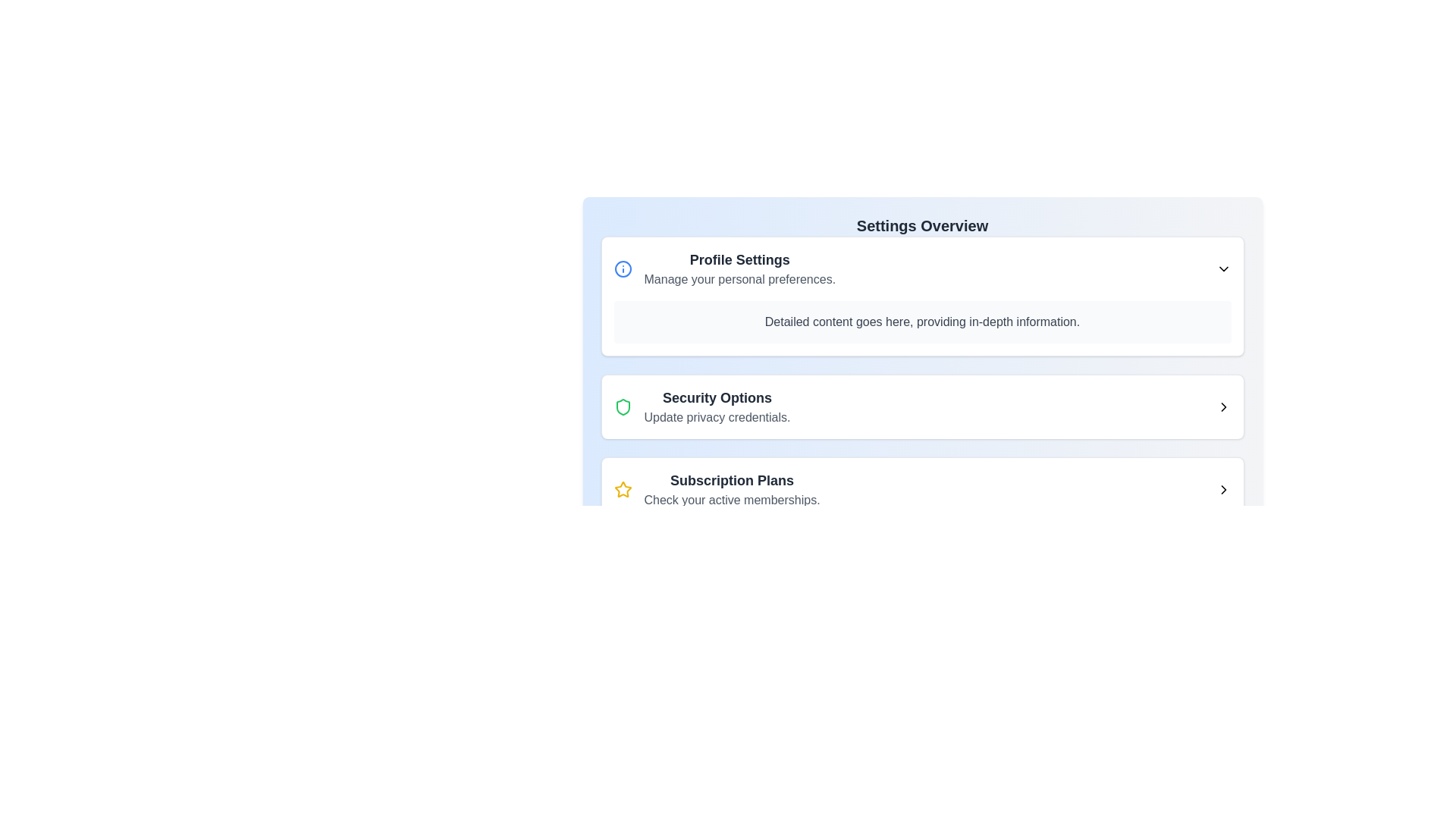 The width and height of the screenshot is (1456, 819). Describe the element at coordinates (1223, 406) in the screenshot. I see `the icon-based navigation button located at the far-right side of the layout row associated with 'Security Options'` at that location.